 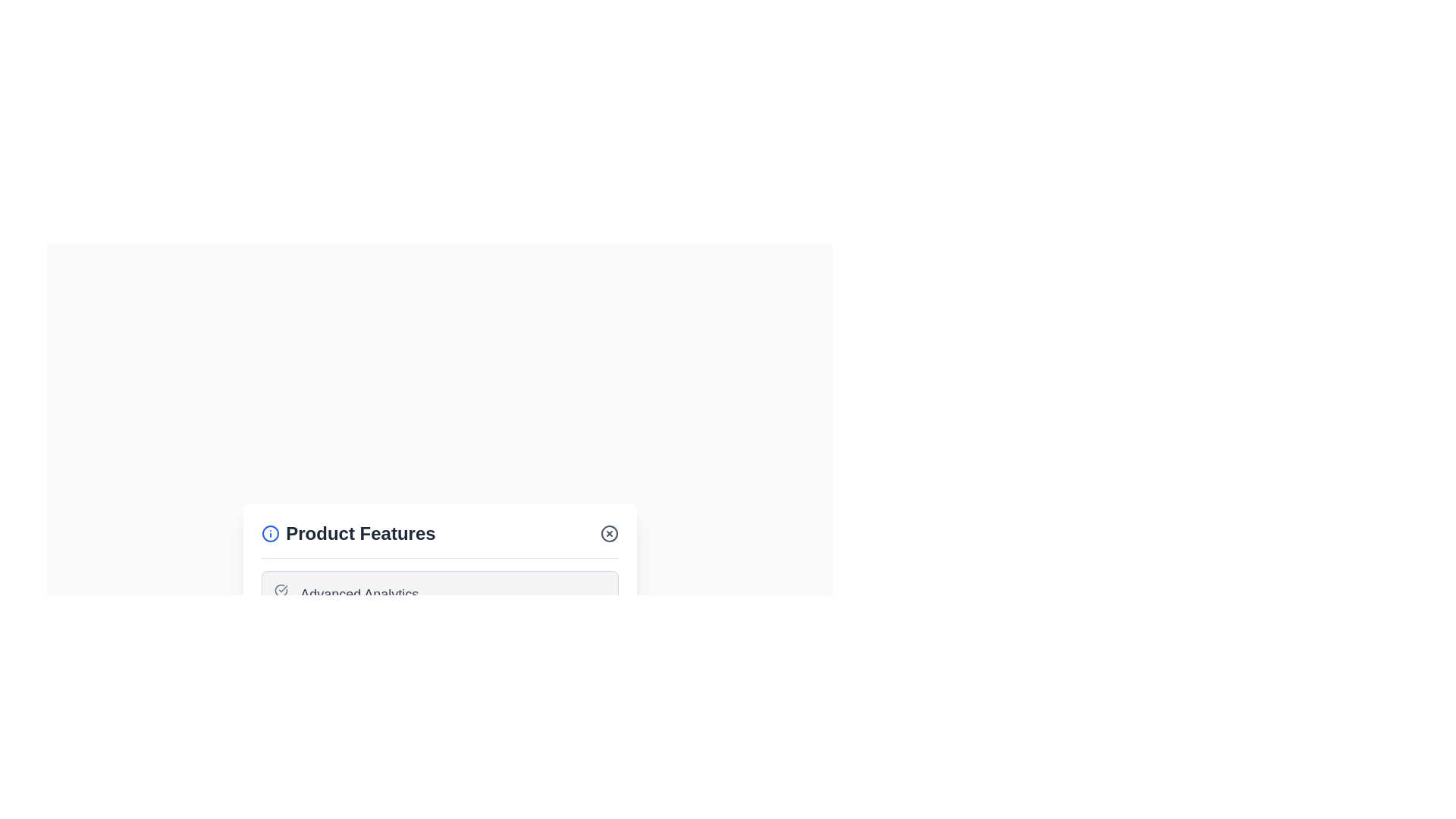 I want to click on the close button, which is a circular SVG graphical element with a cross ('X') icon located in the top-right corner of the 'Product Features' card, so click(x=609, y=532).